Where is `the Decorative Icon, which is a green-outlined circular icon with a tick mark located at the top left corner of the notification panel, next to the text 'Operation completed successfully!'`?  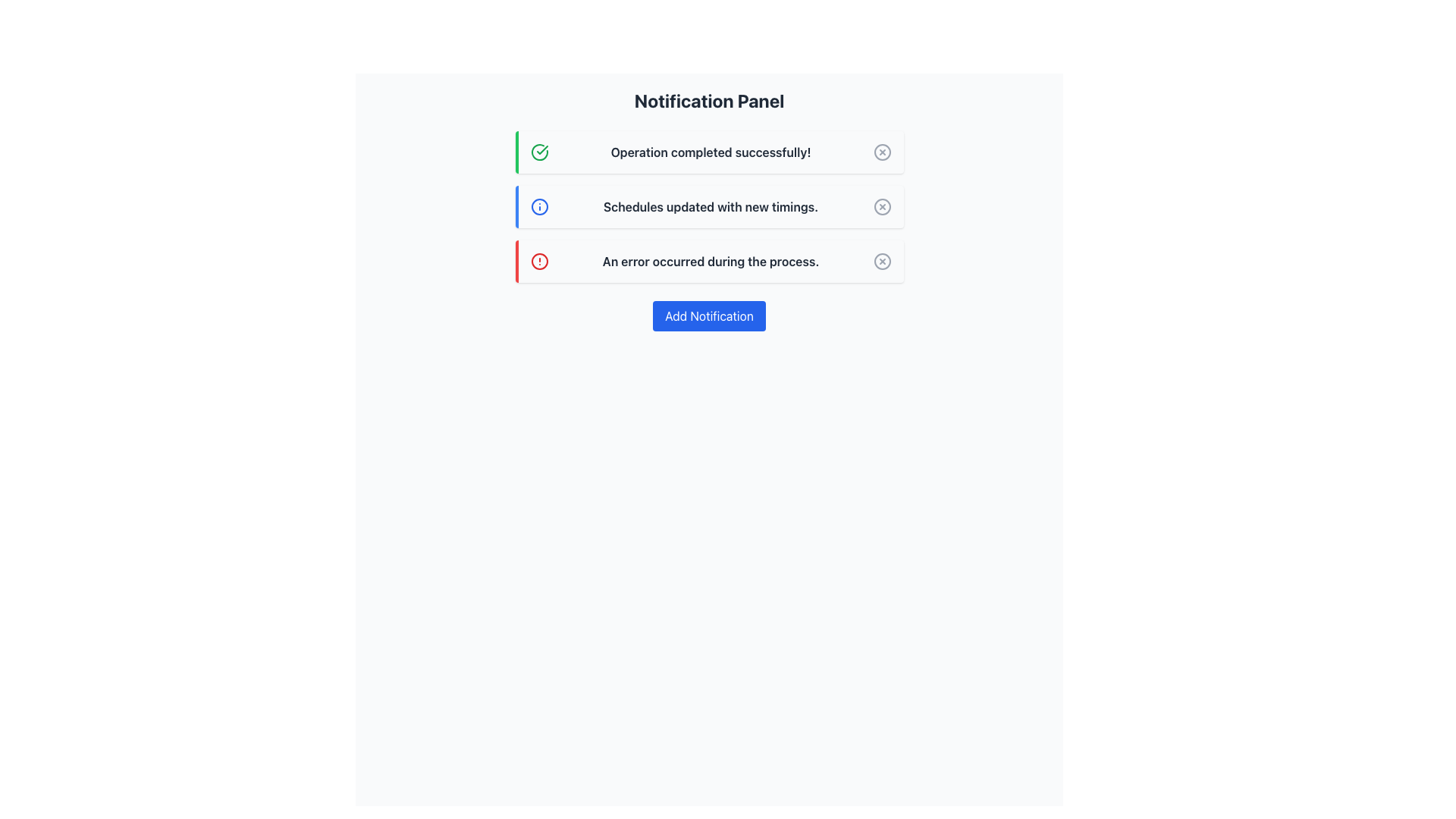 the Decorative Icon, which is a green-outlined circular icon with a tick mark located at the top left corner of the notification panel, next to the text 'Operation completed successfully!' is located at coordinates (539, 152).